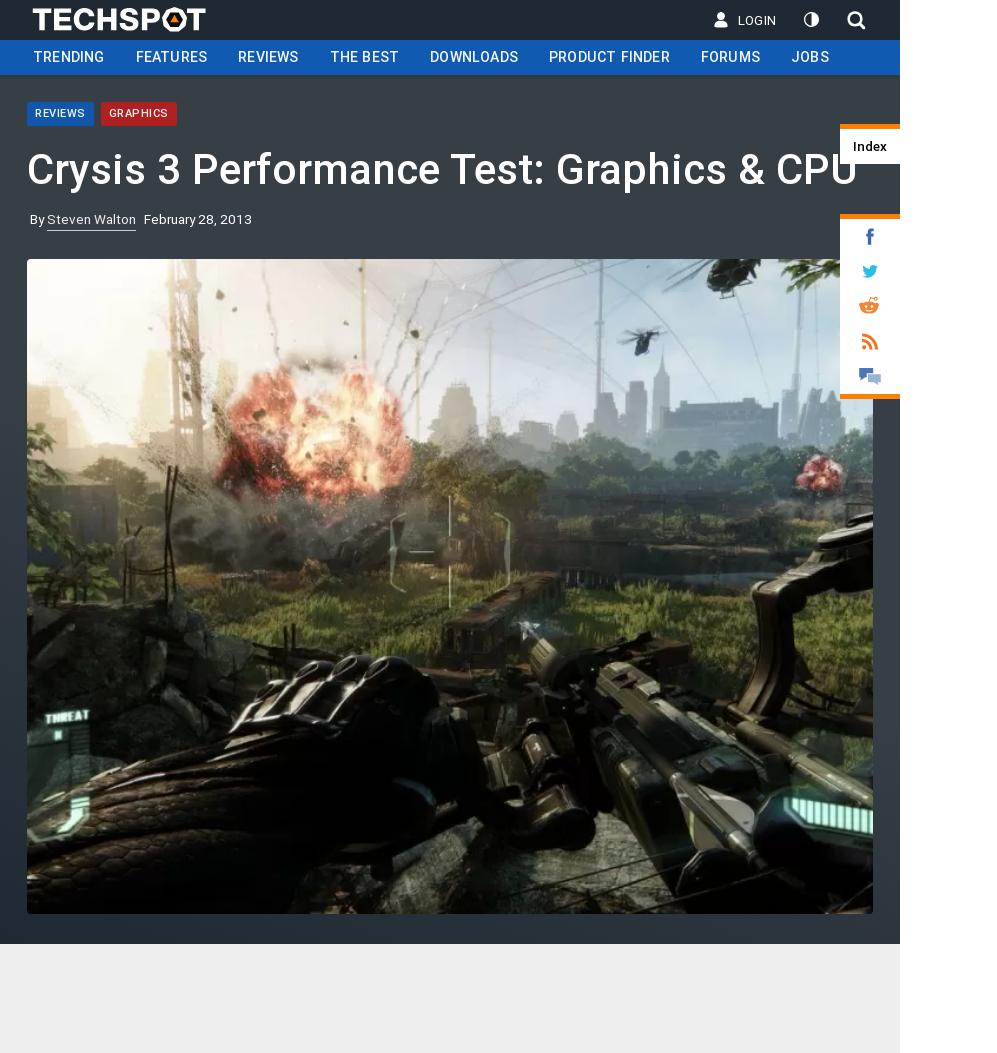 The image size is (997, 1053). Describe the element at coordinates (169, 55) in the screenshot. I see `'Features'` at that location.